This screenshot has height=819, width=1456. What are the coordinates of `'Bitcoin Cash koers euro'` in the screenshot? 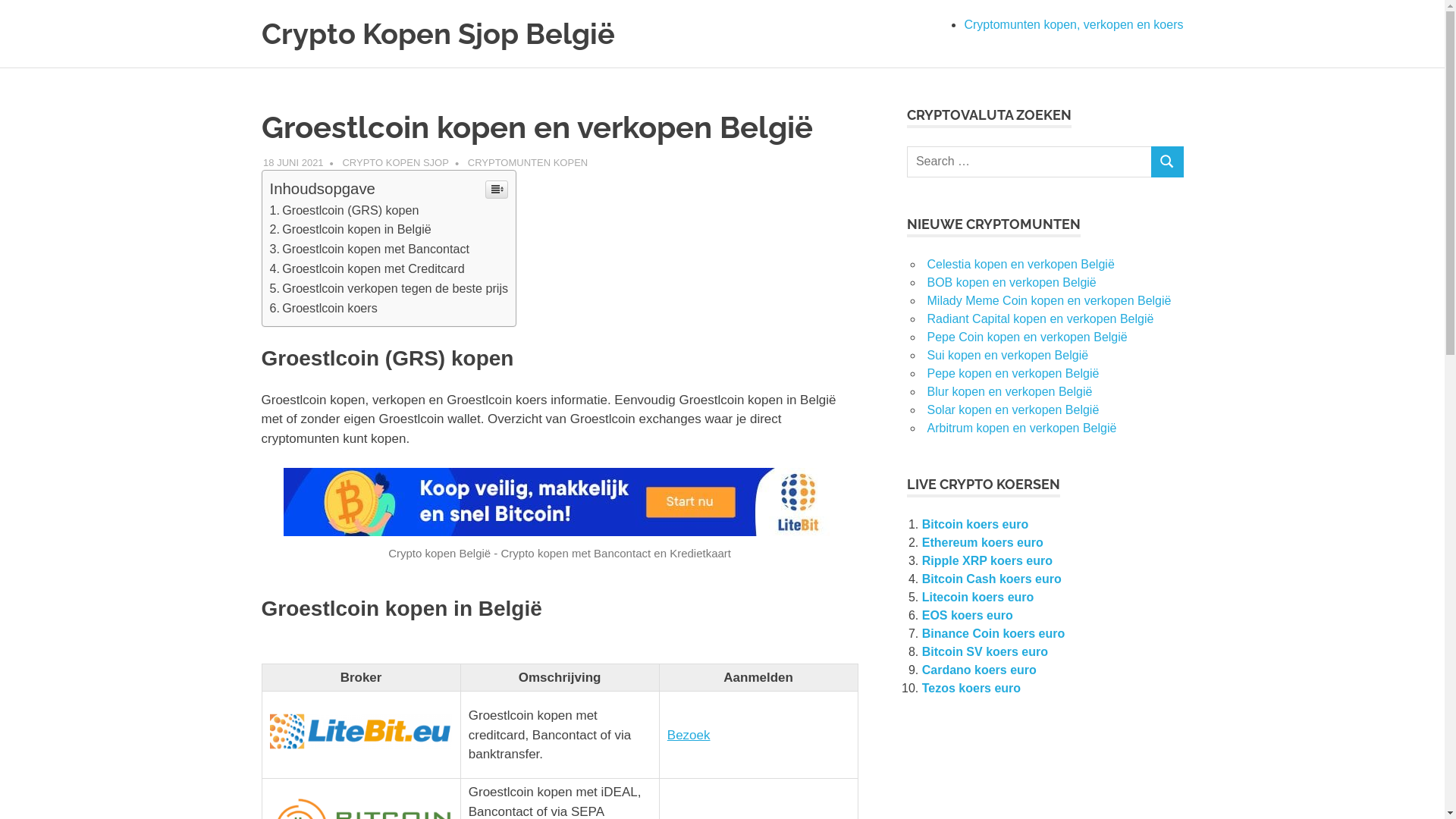 It's located at (991, 579).